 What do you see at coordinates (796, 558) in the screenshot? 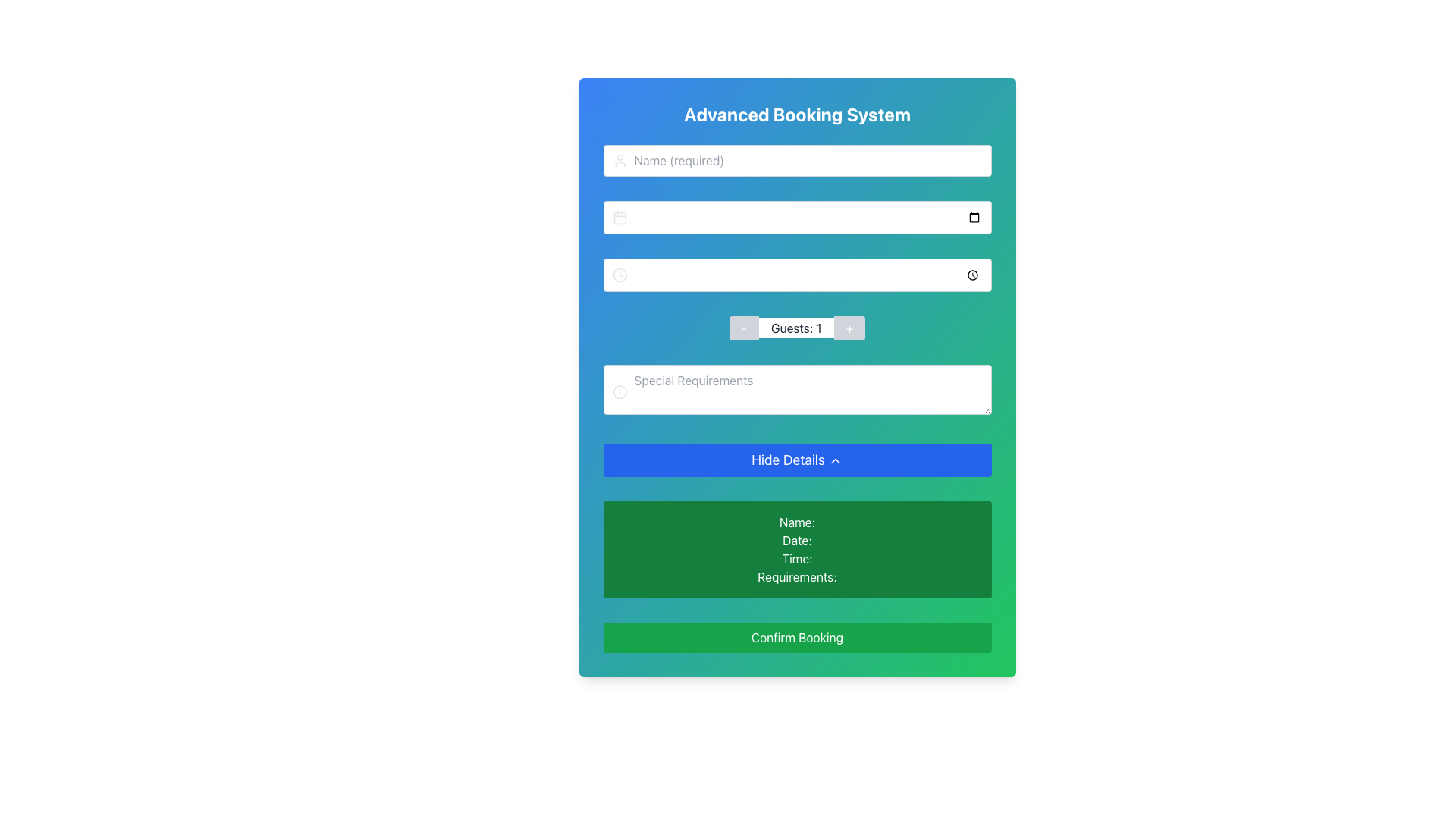
I see `the 'Time:' label text element, which is displayed in white font against a green background and is positioned between the 'Date:' and 'Requirements:' labels` at bounding box center [796, 558].